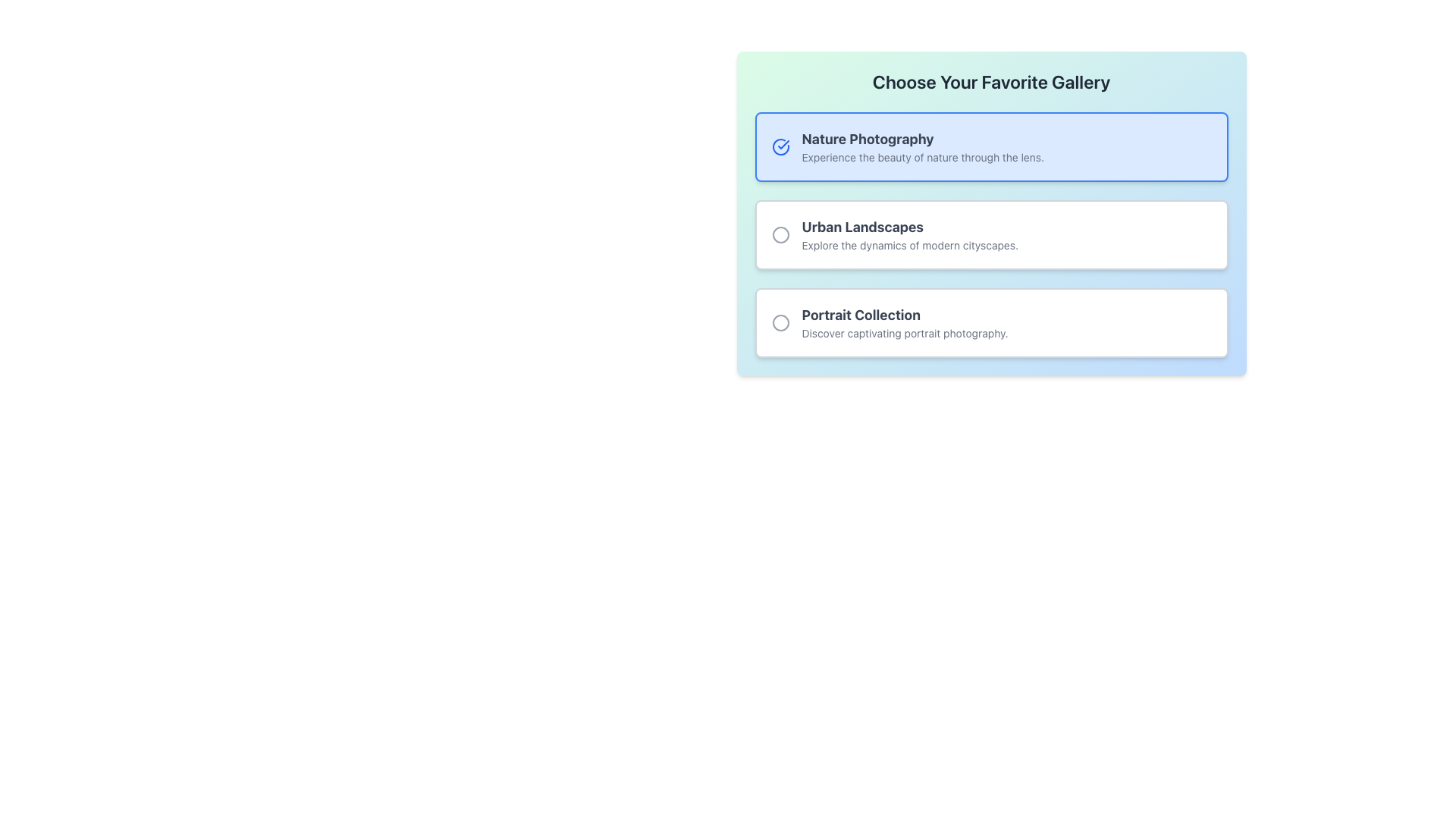  I want to click on the bold and large-sized text that reads 'Nature Photography', which is styled with a dark gray color on a light blue background, located at the top of the selection card in the gallery titled 'Choose Your Favorite Gallery', so click(922, 140).